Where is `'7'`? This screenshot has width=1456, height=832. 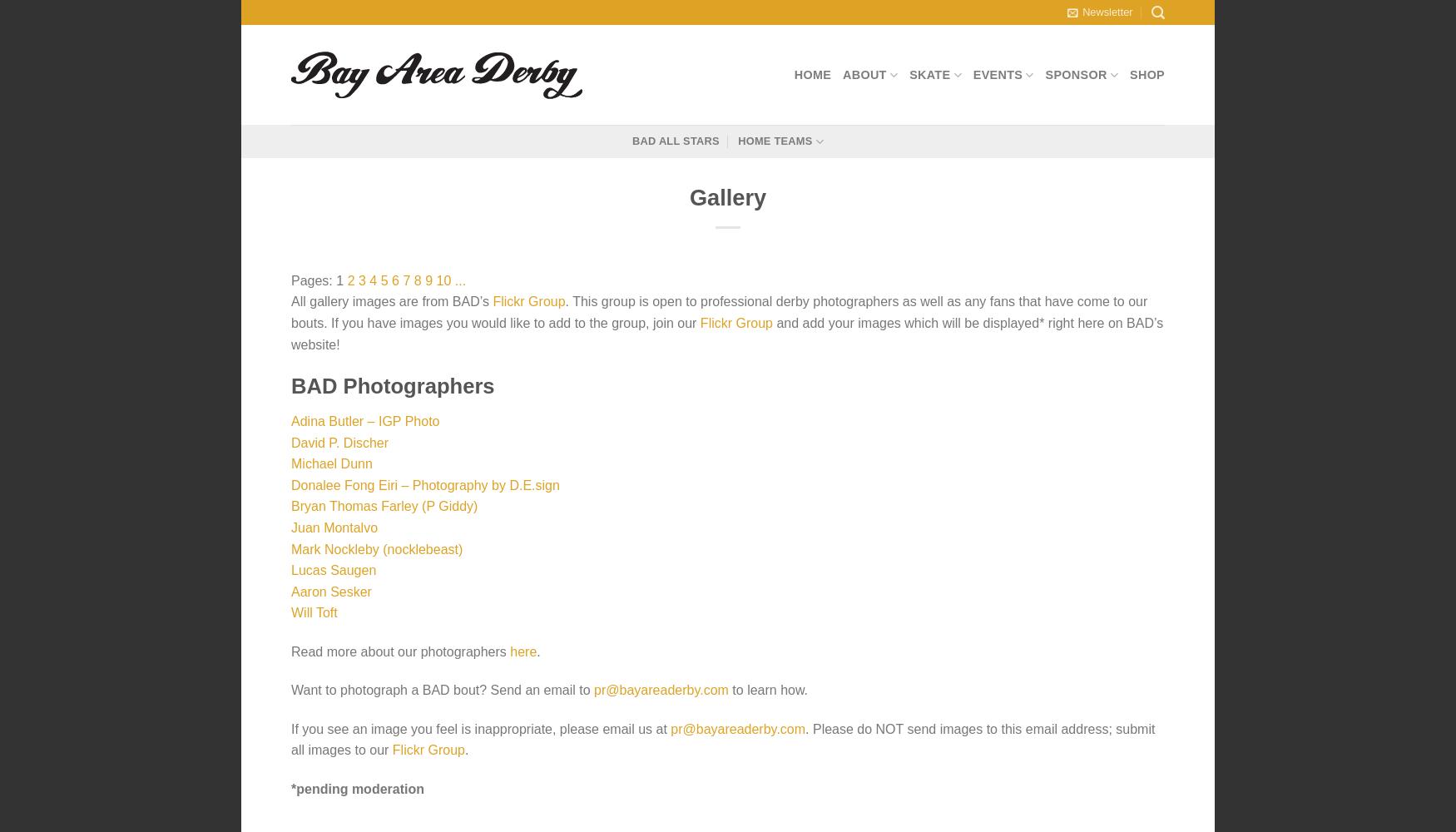
'7' is located at coordinates (406, 279).